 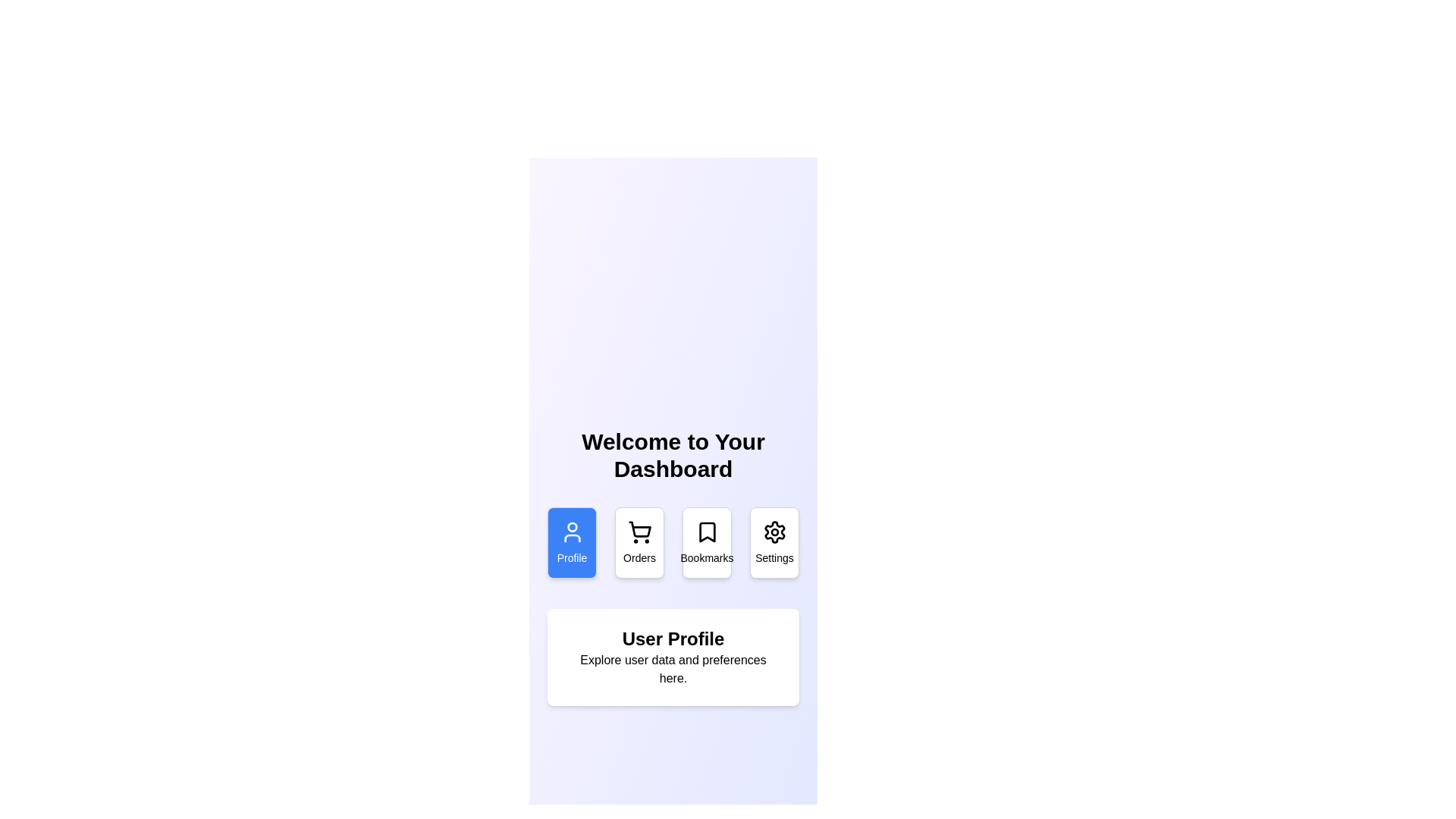 I want to click on the lower part of the user profile icon, which is part of the navigation bar button labeled 'Profile', so click(x=571, y=537).